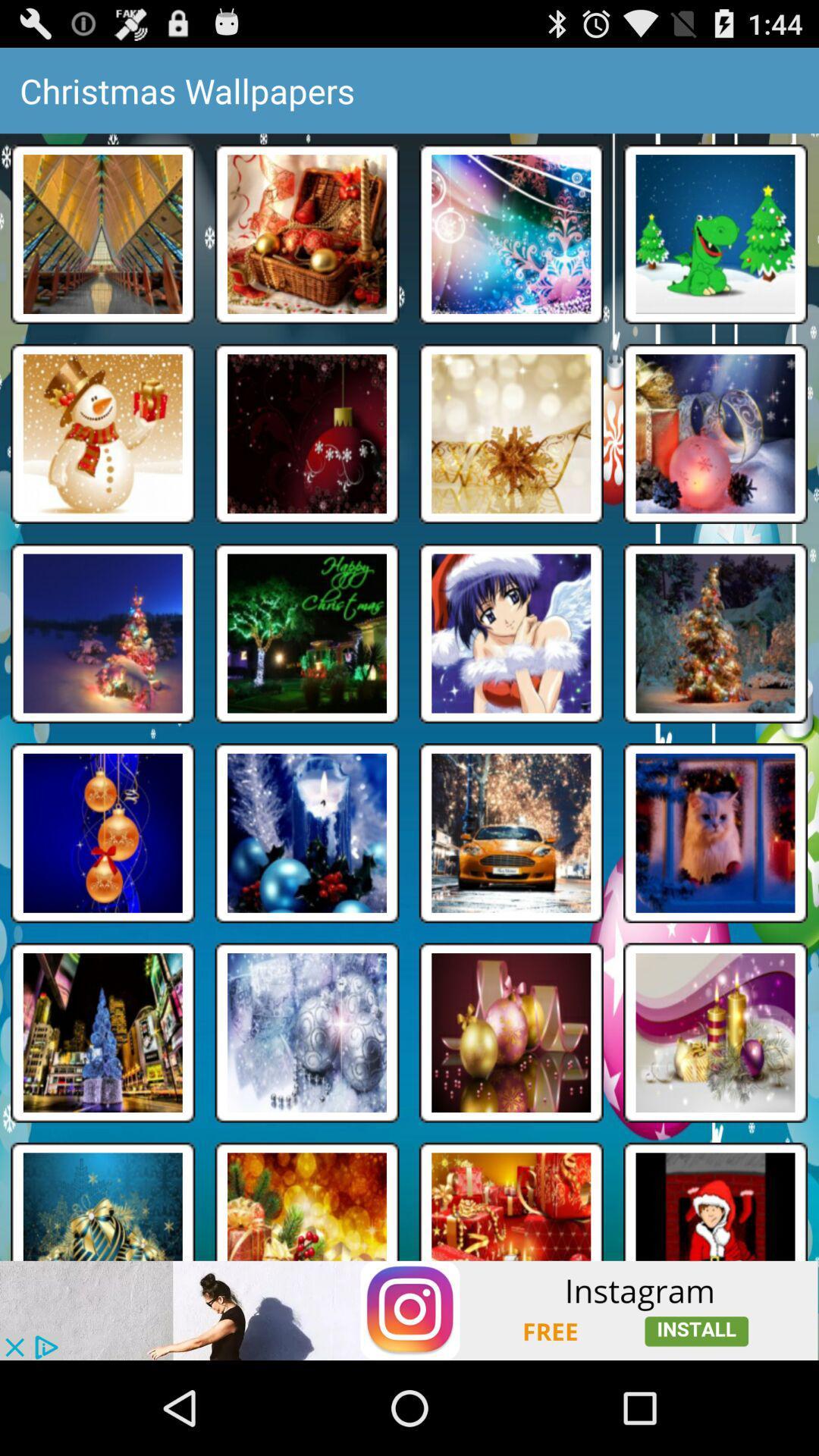 Image resolution: width=819 pixels, height=1456 pixels. Describe the element at coordinates (307, 432) in the screenshot. I see `second option in second row` at that location.